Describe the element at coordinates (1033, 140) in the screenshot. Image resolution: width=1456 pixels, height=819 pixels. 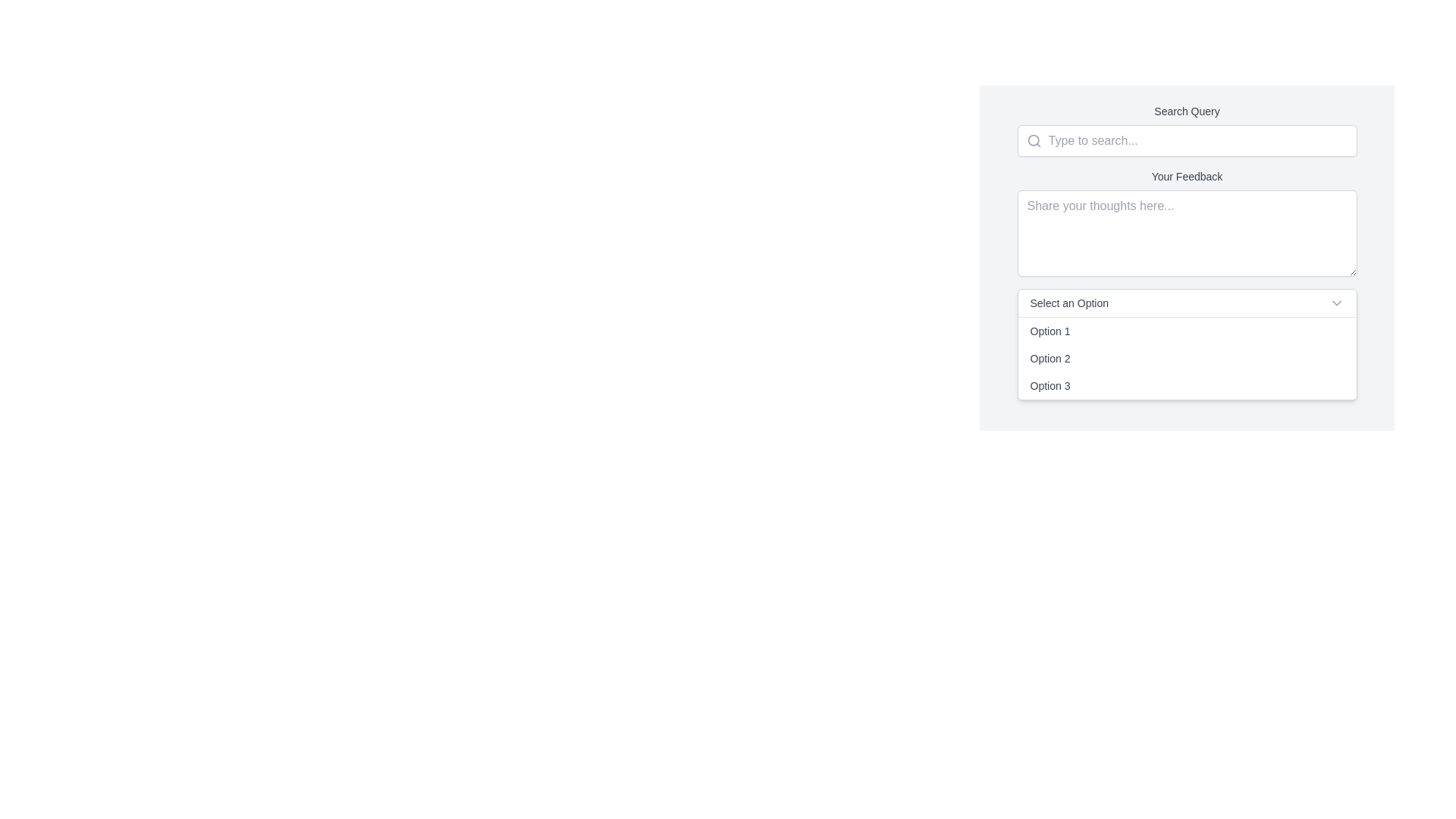
I see `the magnifying glass icon located to the left of the 'Search Query' input field to understand its function` at that location.